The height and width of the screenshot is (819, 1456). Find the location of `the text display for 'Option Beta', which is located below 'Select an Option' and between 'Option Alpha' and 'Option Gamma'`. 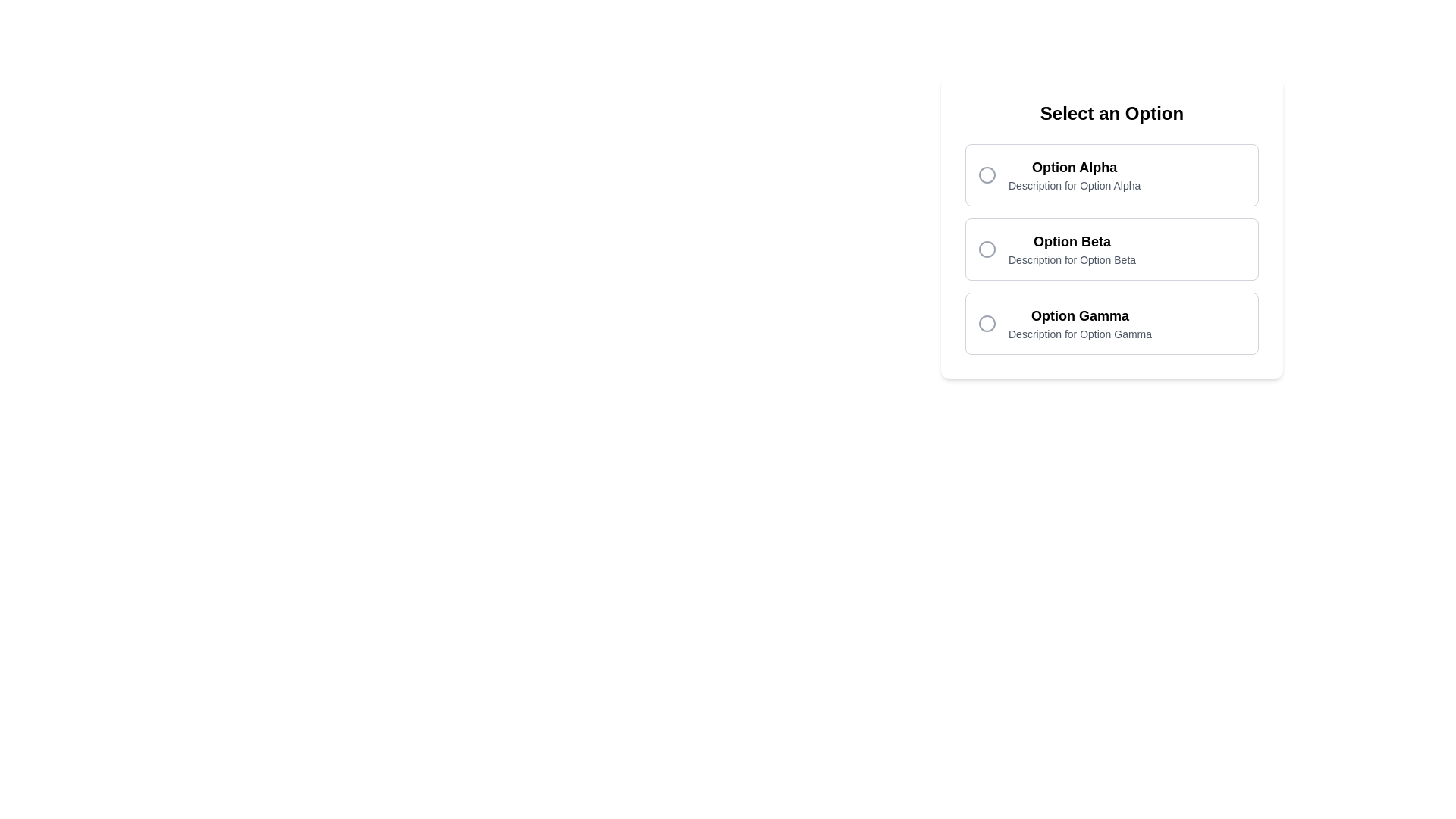

the text display for 'Option Beta', which is located below 'Select an Option' and between 'Option Alpha' and 'Option Gamma' is located at coordinates (1072, 248).